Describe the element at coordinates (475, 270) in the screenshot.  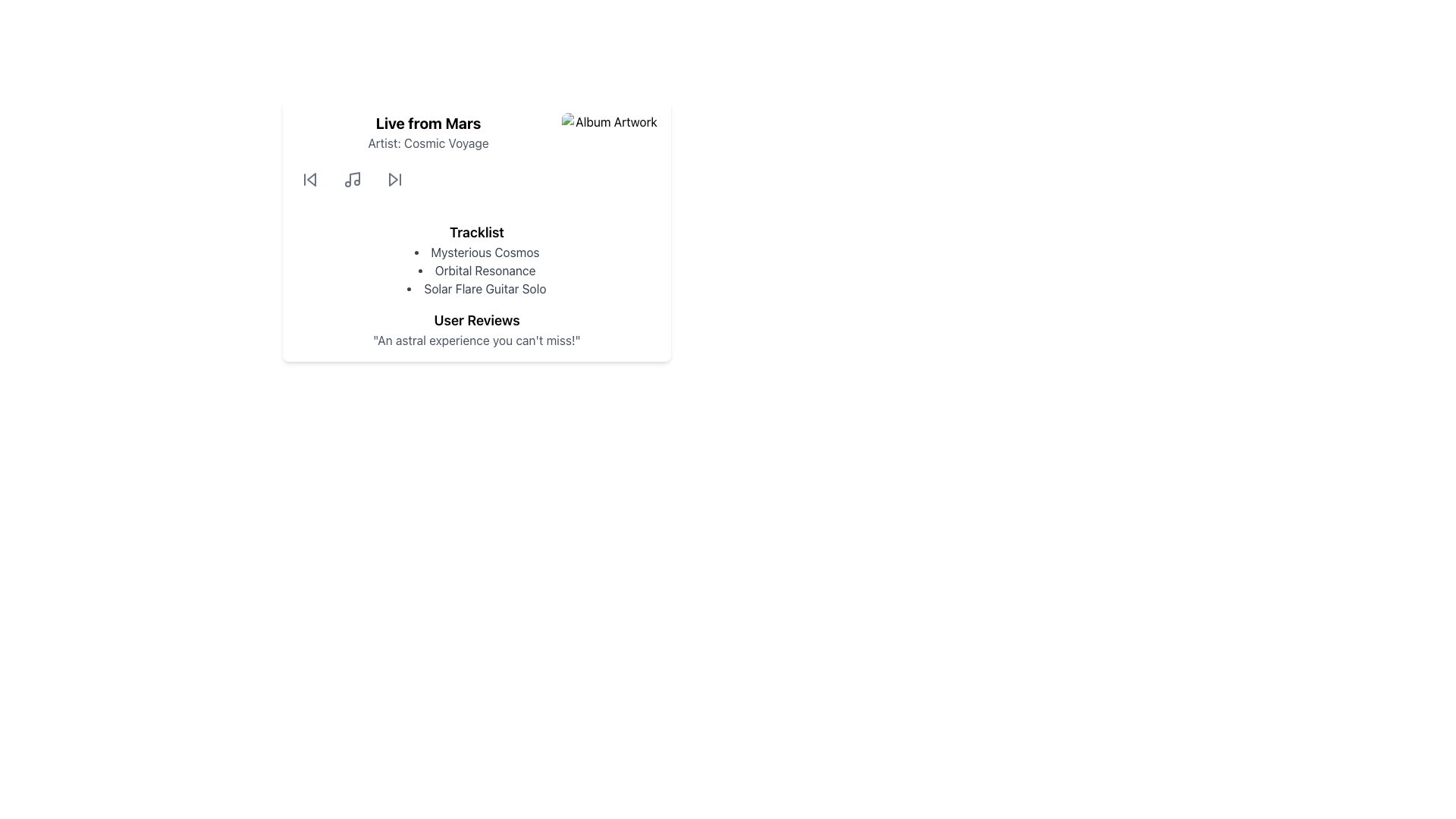
I see `titles from the non-interactive bulleted list located below the 'Tracklist' label and above the 'User Reviews' section` at that location.